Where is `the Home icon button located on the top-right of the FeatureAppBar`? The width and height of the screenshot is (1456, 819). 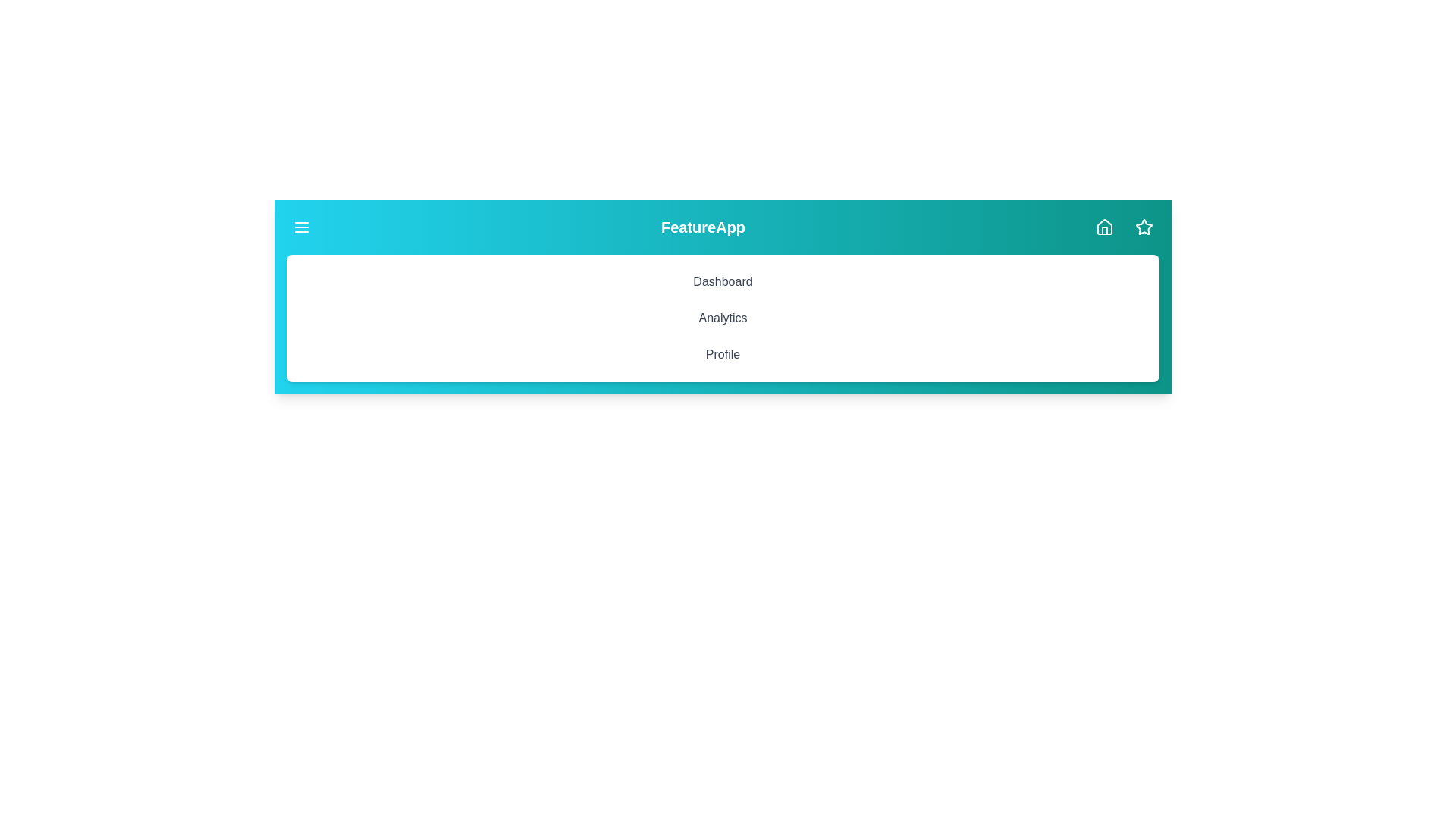
the Home icon button located on the top-right of the FeatureAppBar is located at coordinates (1105, 227).